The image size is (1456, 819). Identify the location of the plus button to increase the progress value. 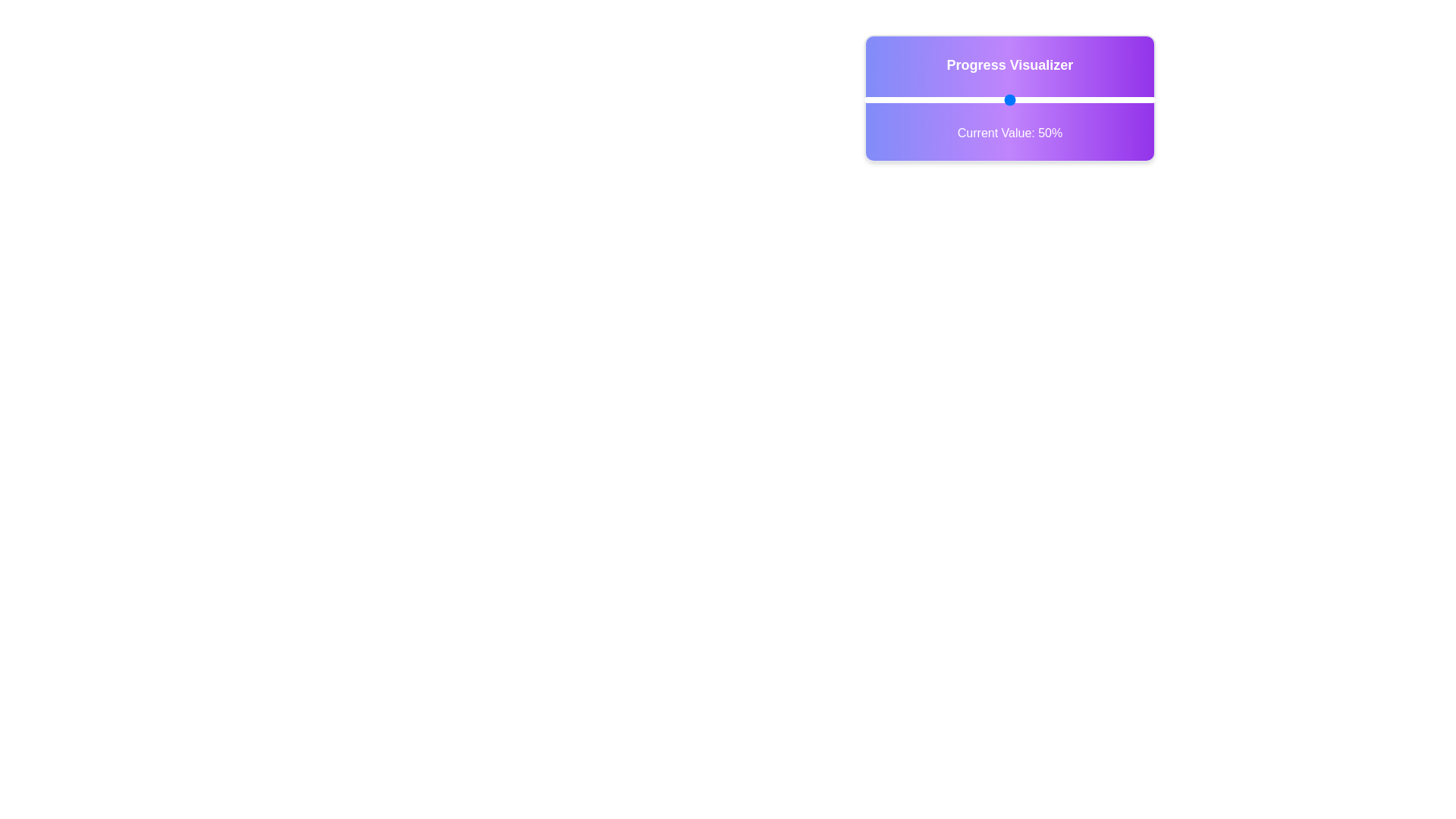
(1178, 99).